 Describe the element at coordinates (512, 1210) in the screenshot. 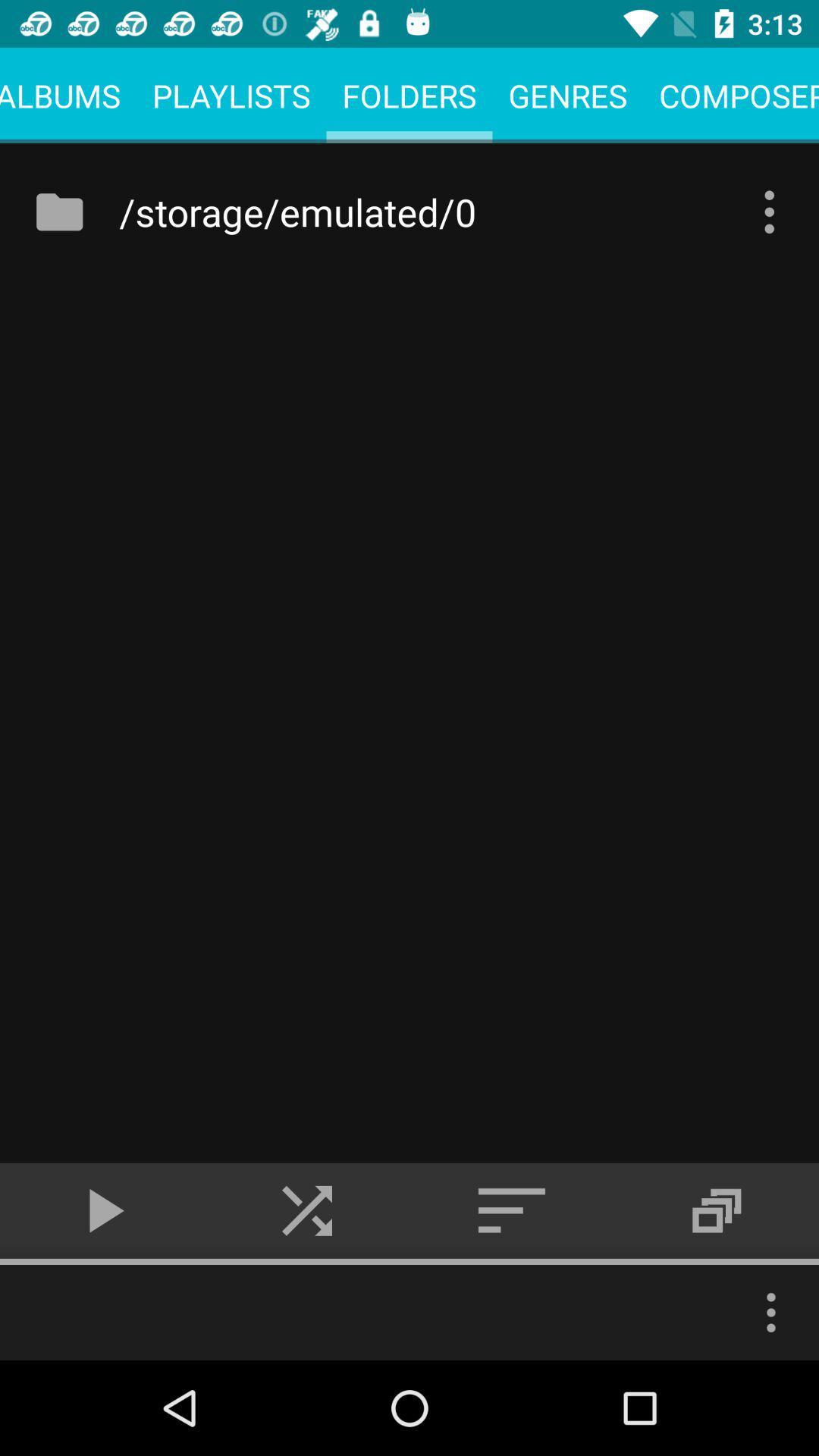

I see `the filter_list icon` at that location.